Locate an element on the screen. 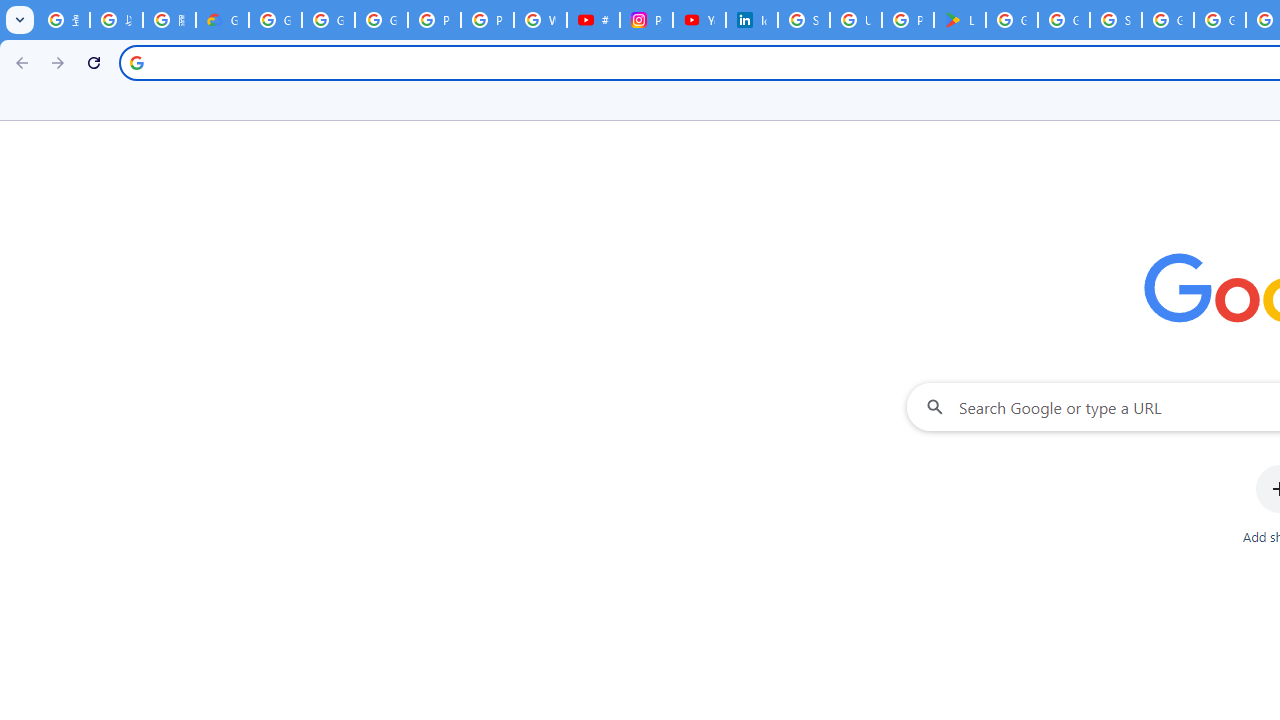 The height and width of the screenshot is (720, 1280). 'Identity verification via Persona | LinkedIn Help' is located at coordinates (751, 20).